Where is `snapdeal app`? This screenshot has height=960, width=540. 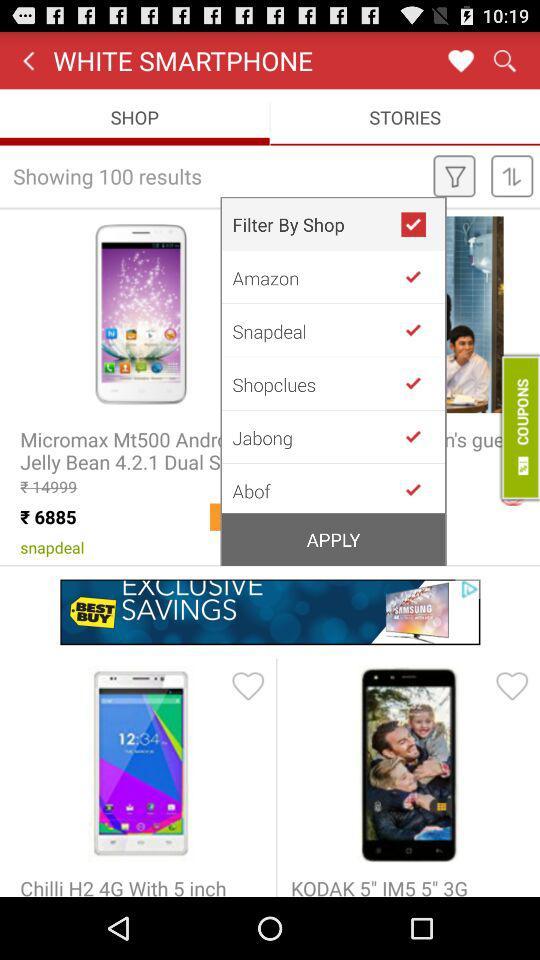
snapdeal app is located at coordinates (316, 330).